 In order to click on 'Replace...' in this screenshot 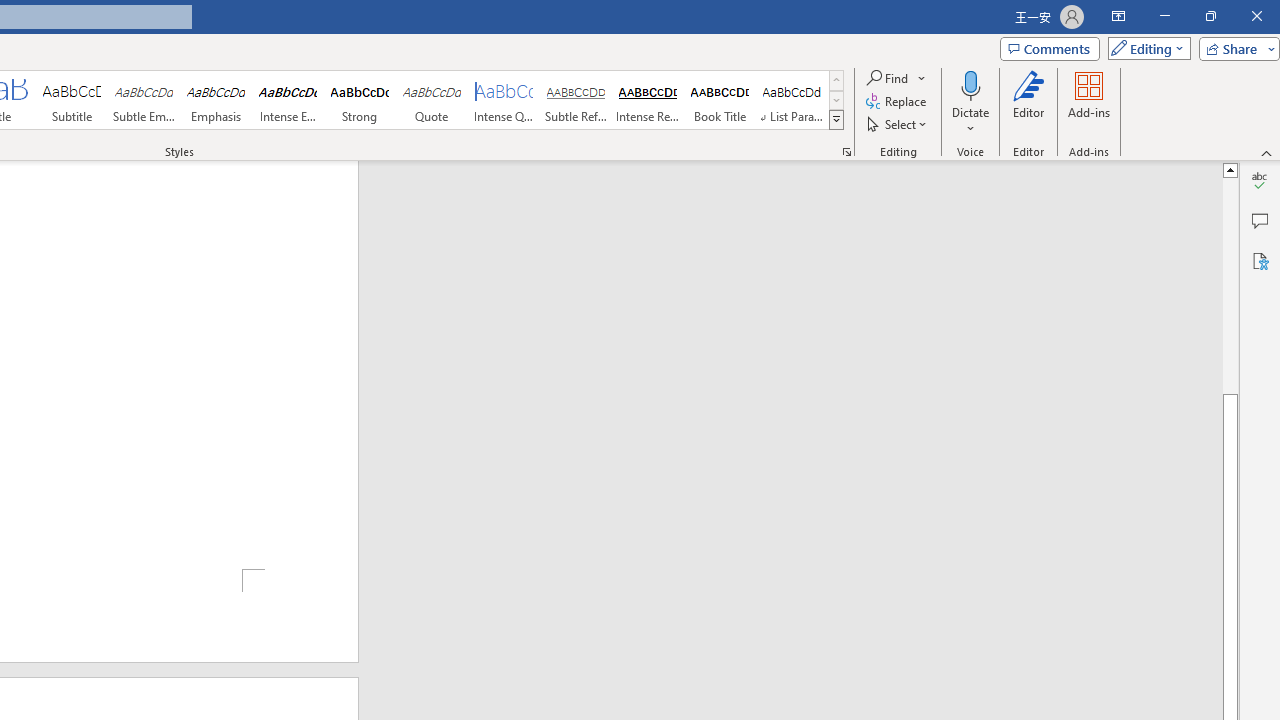, I will do `click(896, 101)`.